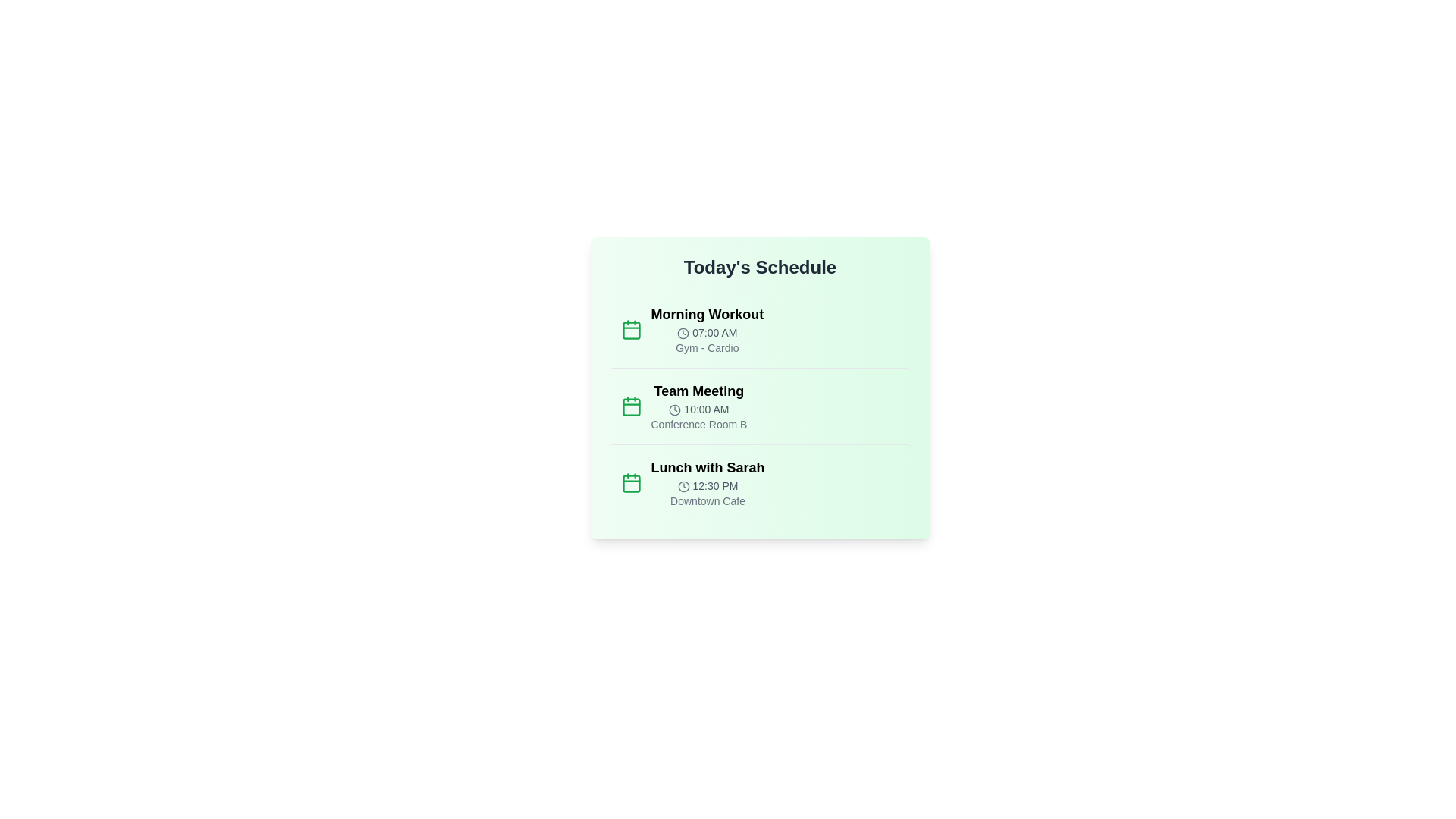 This screenshot has height=819, width=1456. Describe the element at coordinates (631, 329) in the screenshot. I see `the calendar icon for the Morning Workout event` at that location.